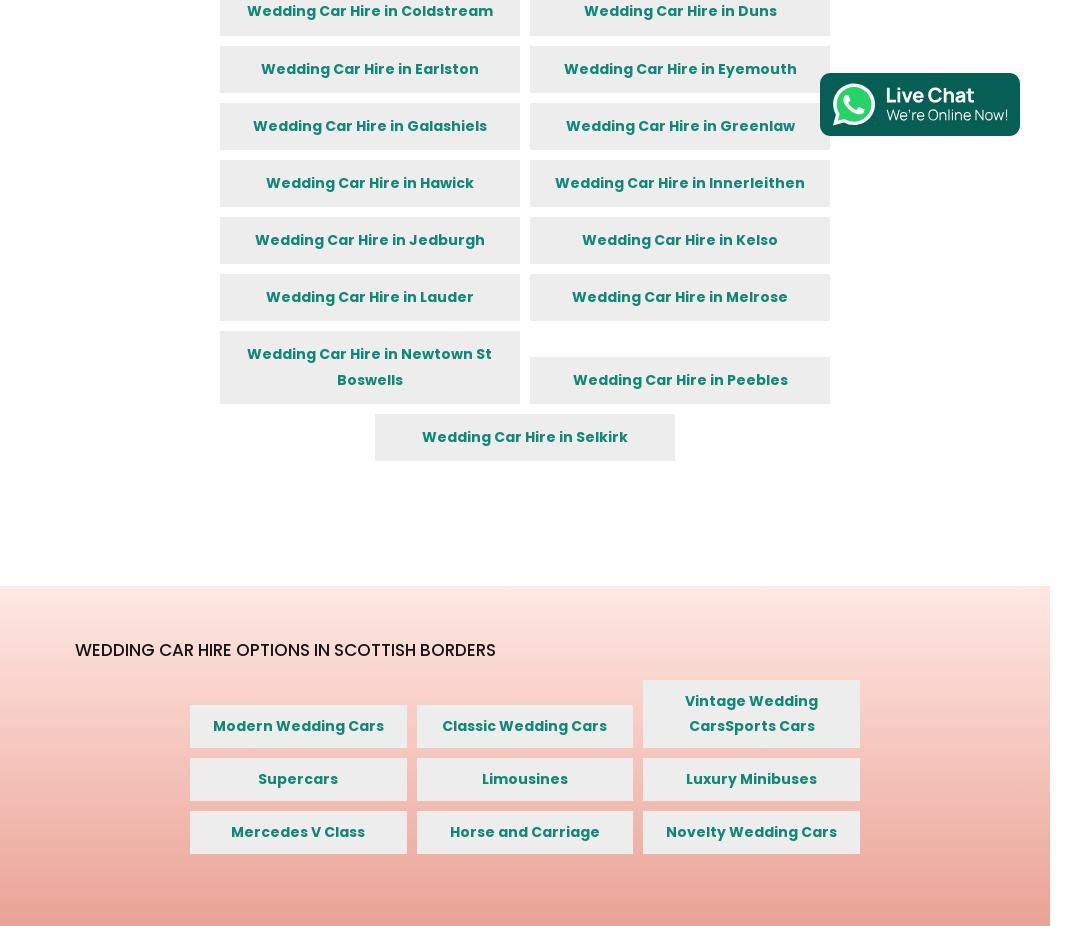 The image size is (1065, 926). What do you see at coordinates (751, 779) in the screenshot?
I see `'Luxury Minibuses'` at bounding box center [751, 779].